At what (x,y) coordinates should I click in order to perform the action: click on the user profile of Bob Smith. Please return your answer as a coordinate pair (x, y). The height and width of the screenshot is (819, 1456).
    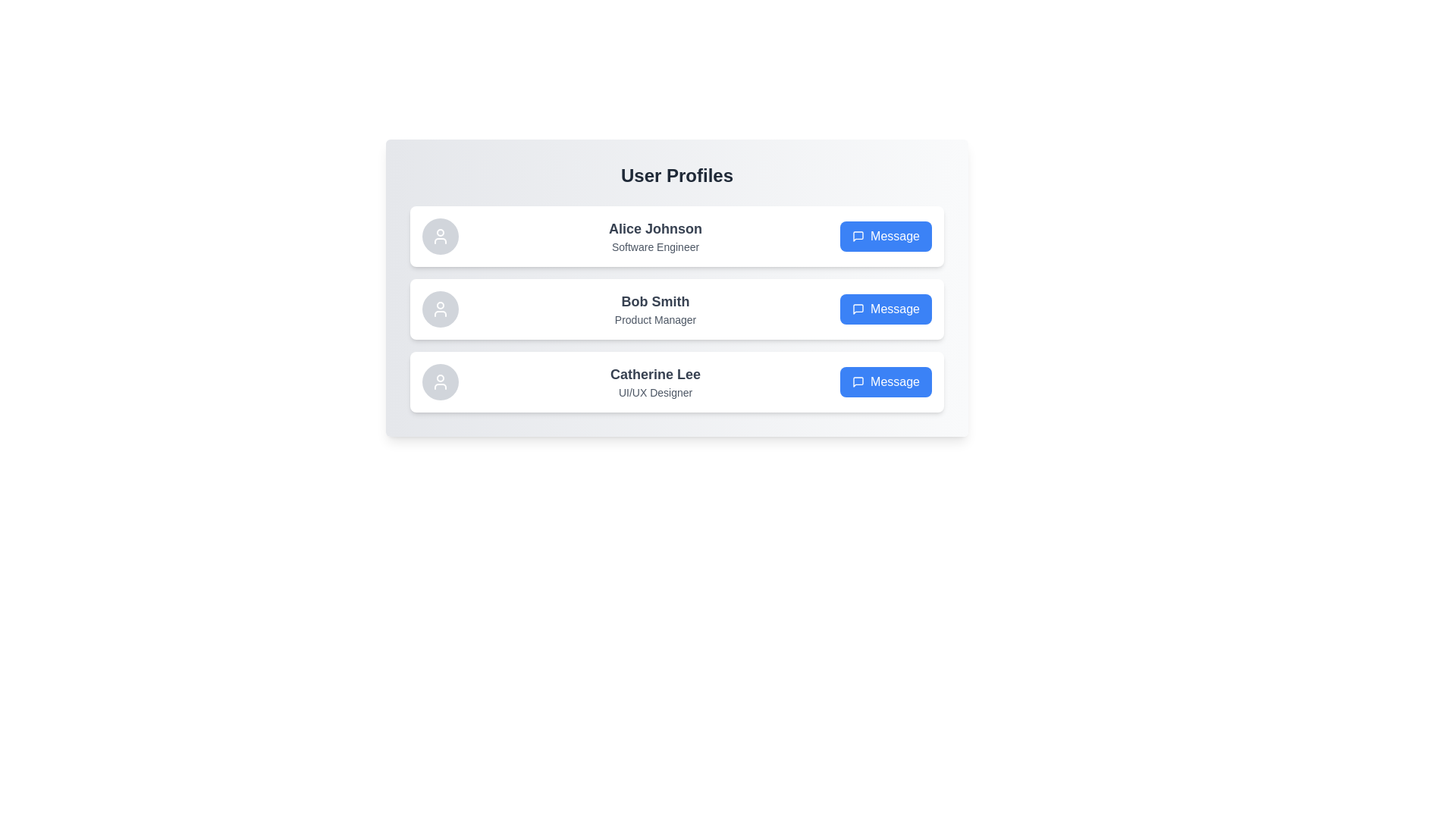
    Looking at the image, I should click on (676, 309).